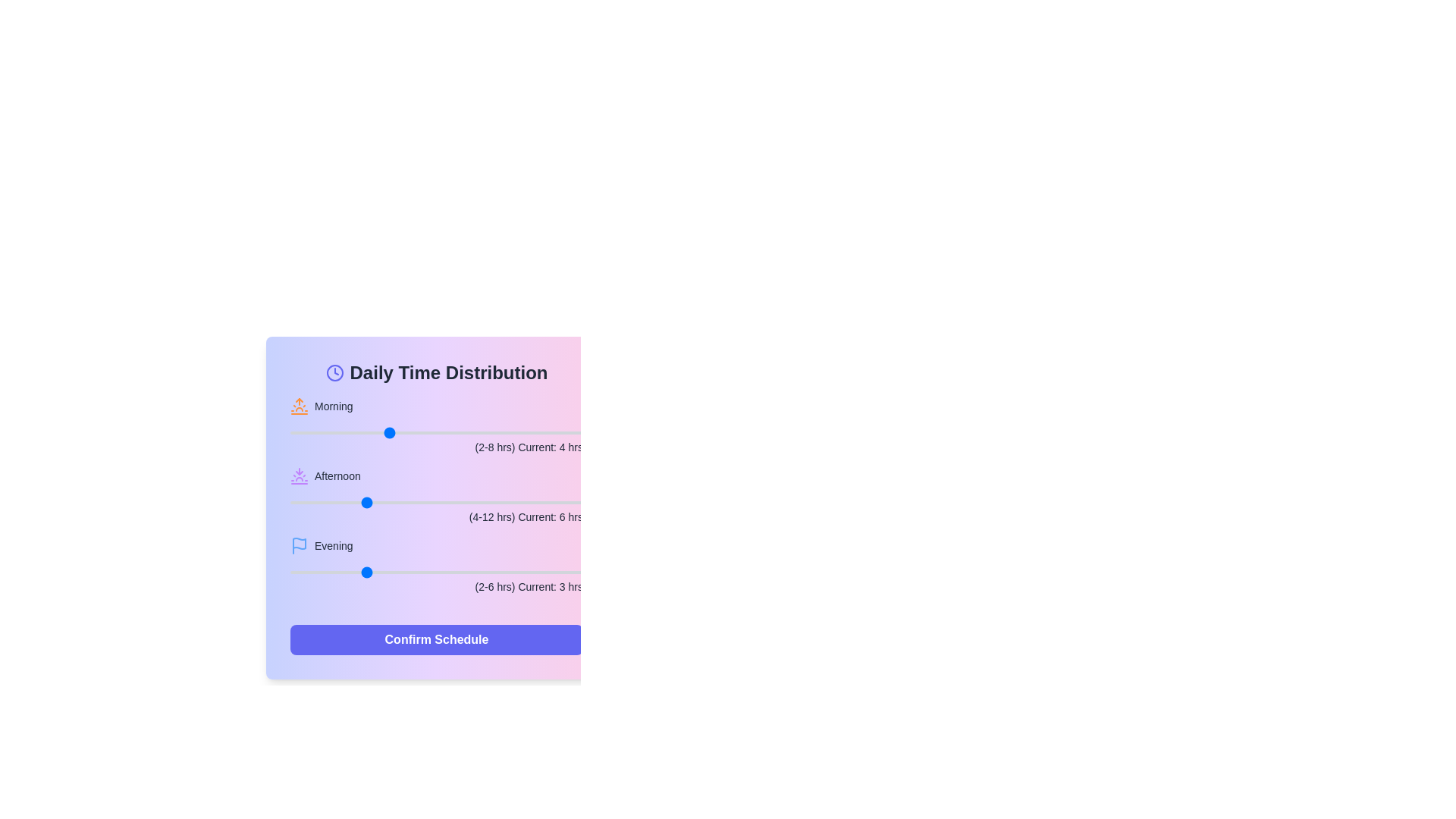 Image resolution: width=1456 pixels, height=819 pixels. I want to click on the slider located under the 'Morning' label, which is represented as a gray rectangular slider bar labeled 'Current: 4 hrs', for fine adjustments using the keyboard, so click(436, 432).